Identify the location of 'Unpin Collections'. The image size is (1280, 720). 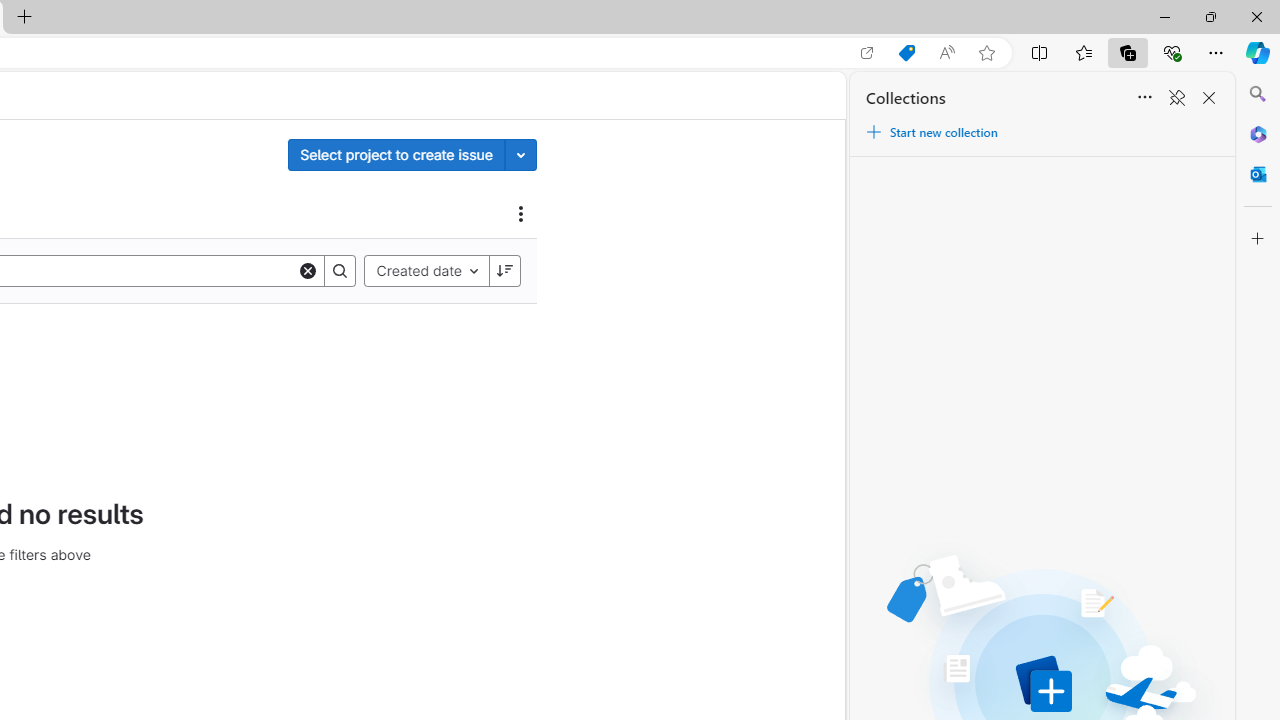
(1176, 98).